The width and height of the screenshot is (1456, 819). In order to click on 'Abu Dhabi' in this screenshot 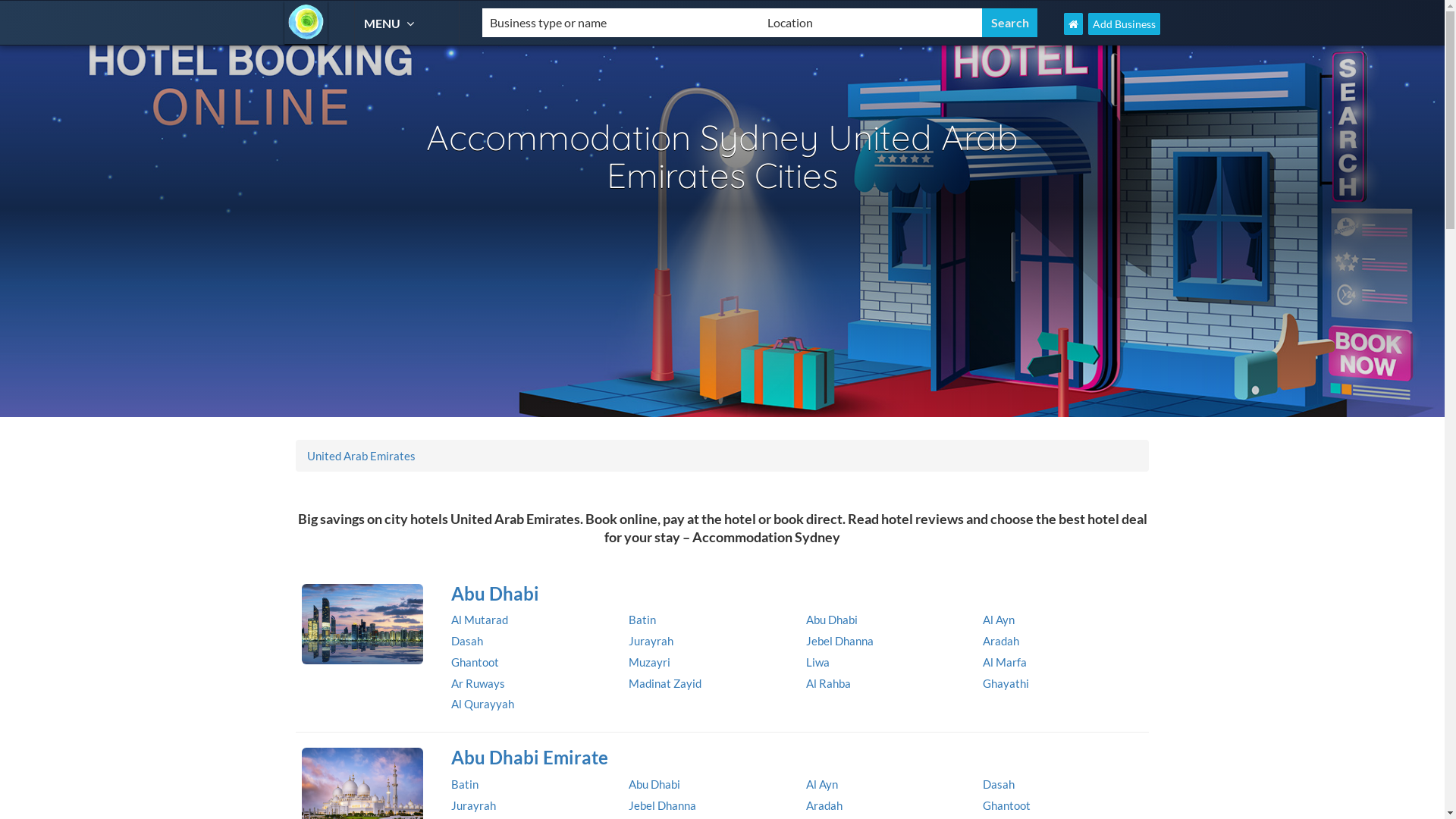, I will do `click(654, 783)`.